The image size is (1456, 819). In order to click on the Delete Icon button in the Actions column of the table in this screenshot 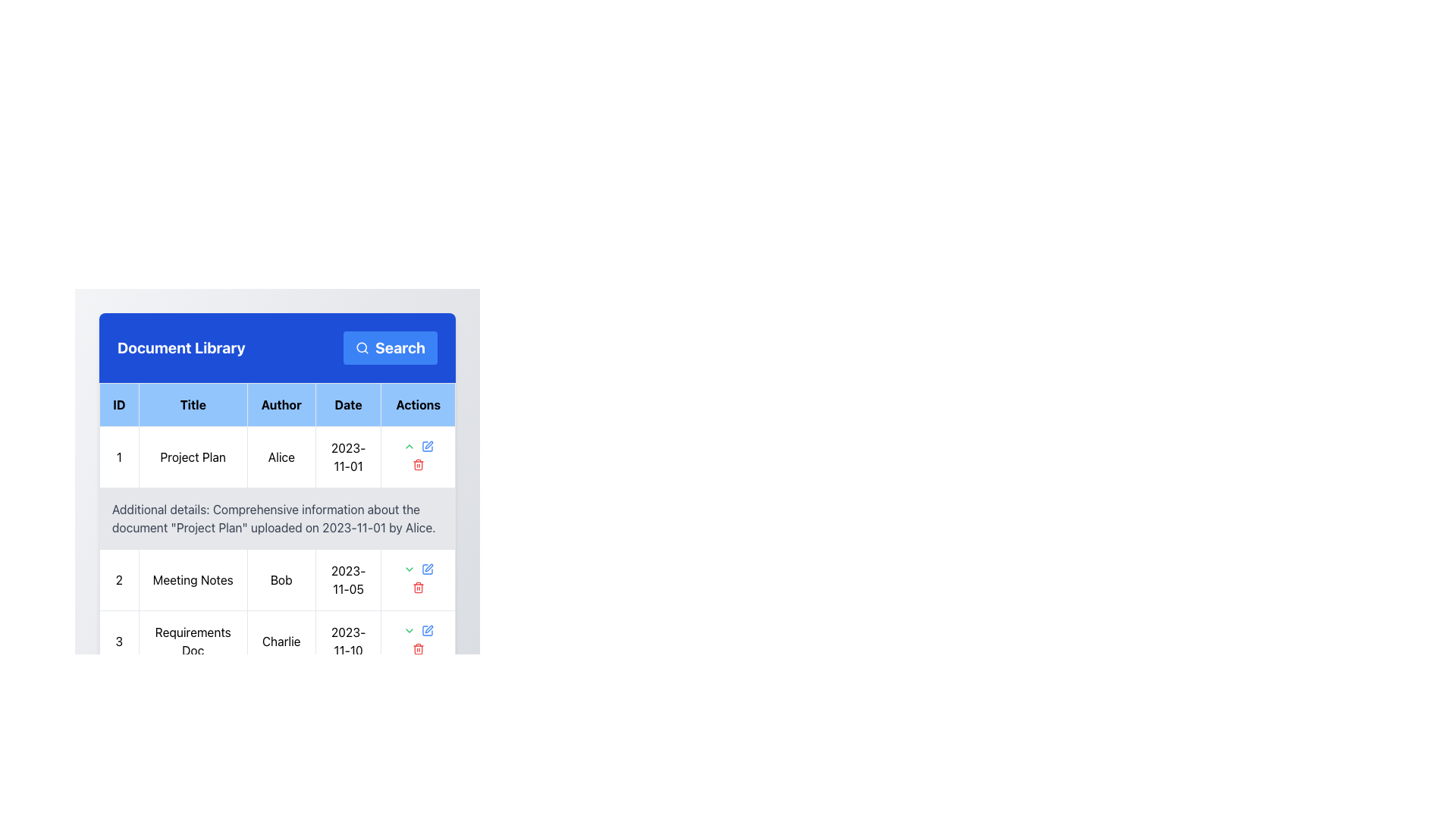, I will do `click(418, 648)`.